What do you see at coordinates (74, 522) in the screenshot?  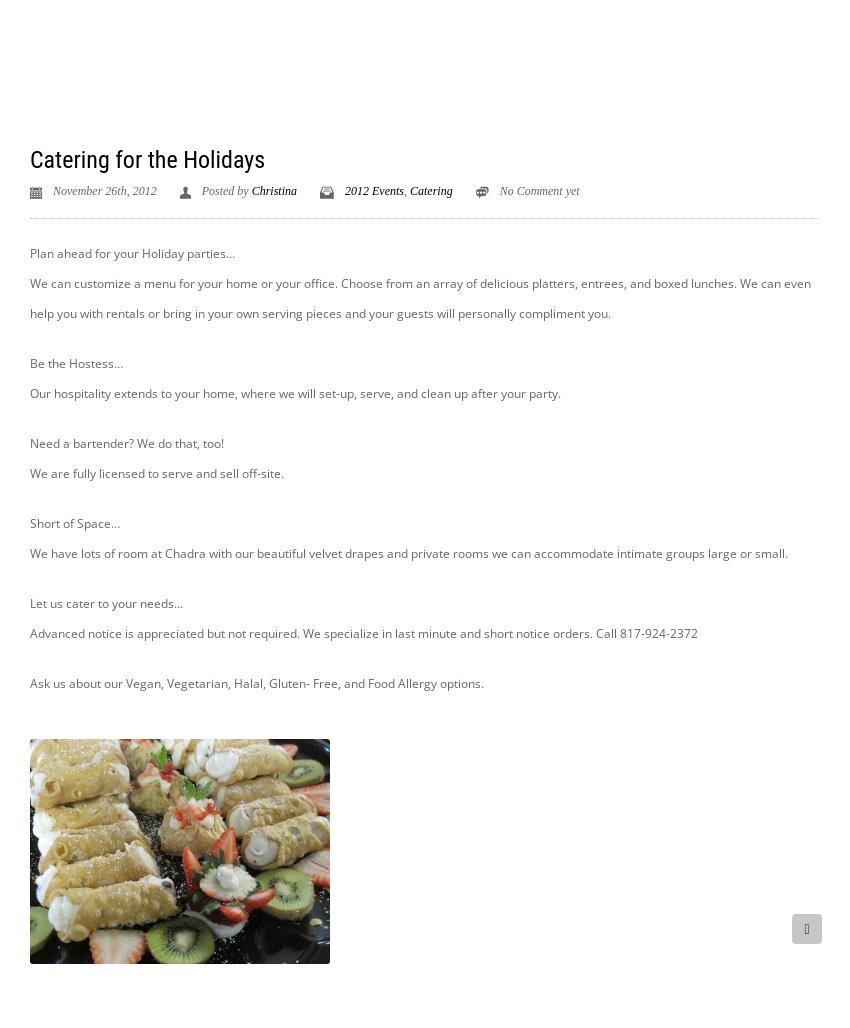 I see `'Short of Space…'` at bounding box center [74, 522].